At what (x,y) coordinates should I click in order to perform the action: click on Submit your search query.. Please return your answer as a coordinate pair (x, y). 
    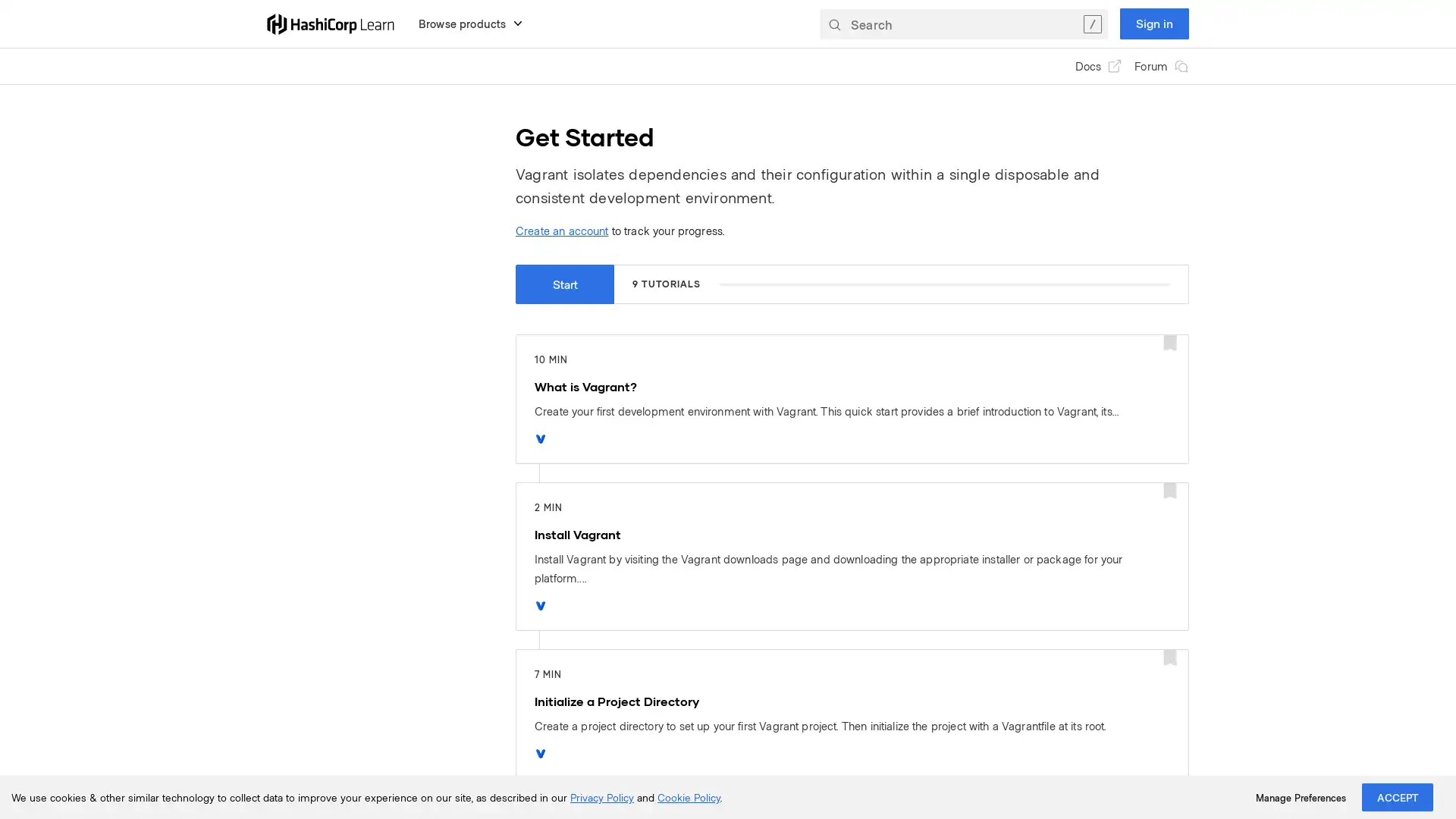
    Looking at the image, I should click on (833, 23).